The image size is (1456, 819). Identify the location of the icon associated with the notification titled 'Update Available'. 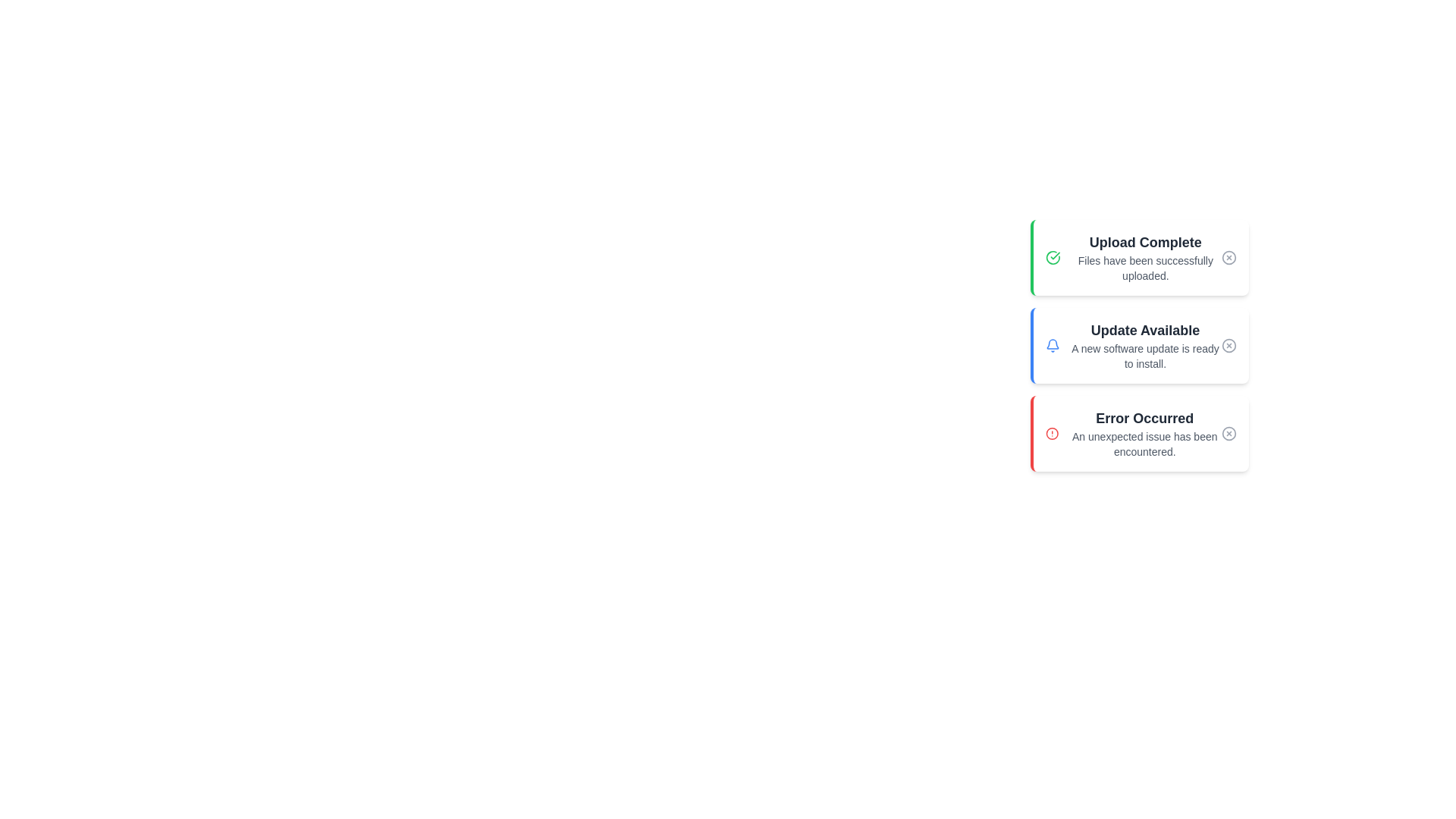
(1052, 345).